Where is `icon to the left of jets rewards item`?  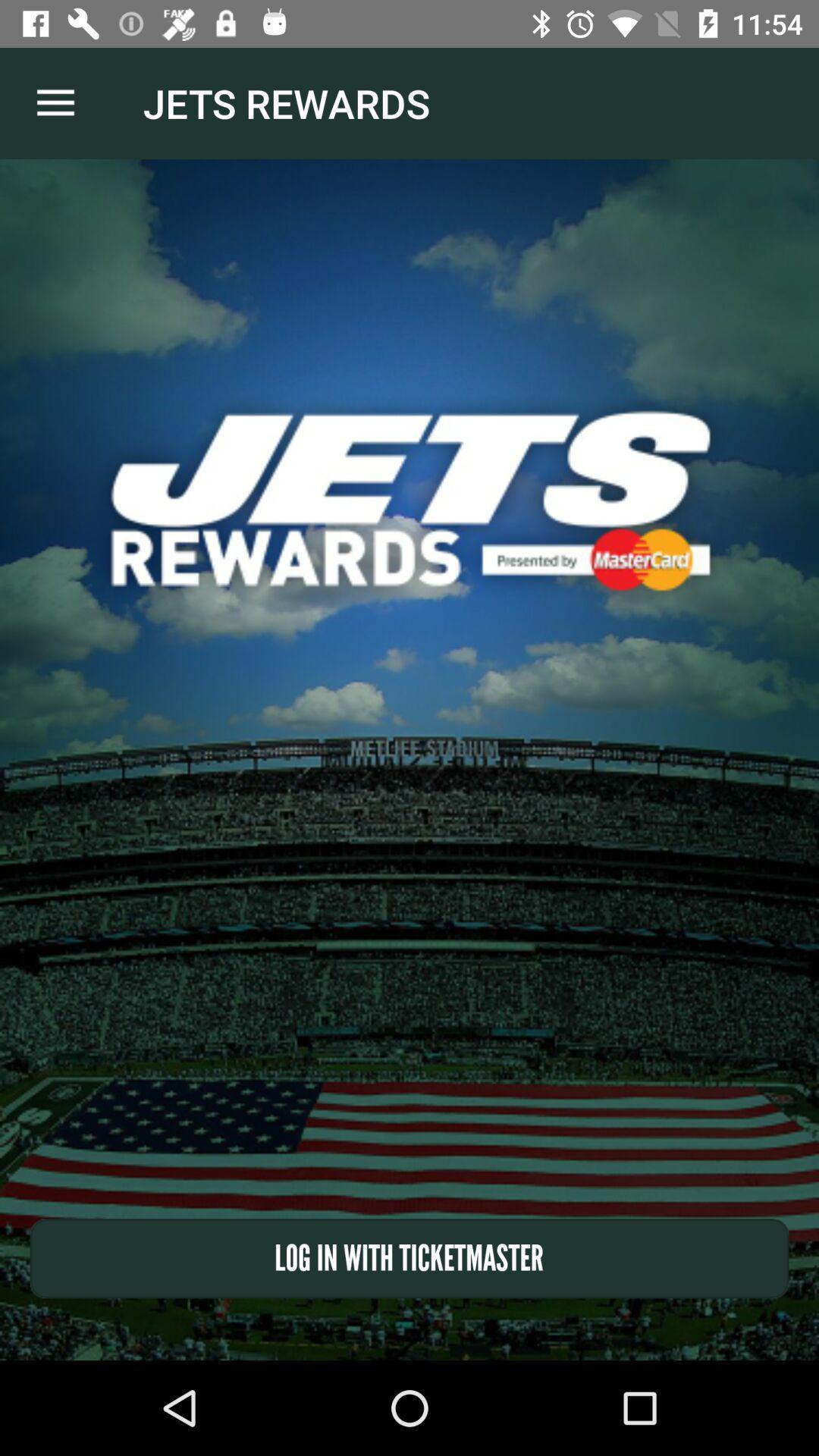
icon to the left of jets rewards item is located at coordinates (55, 102).